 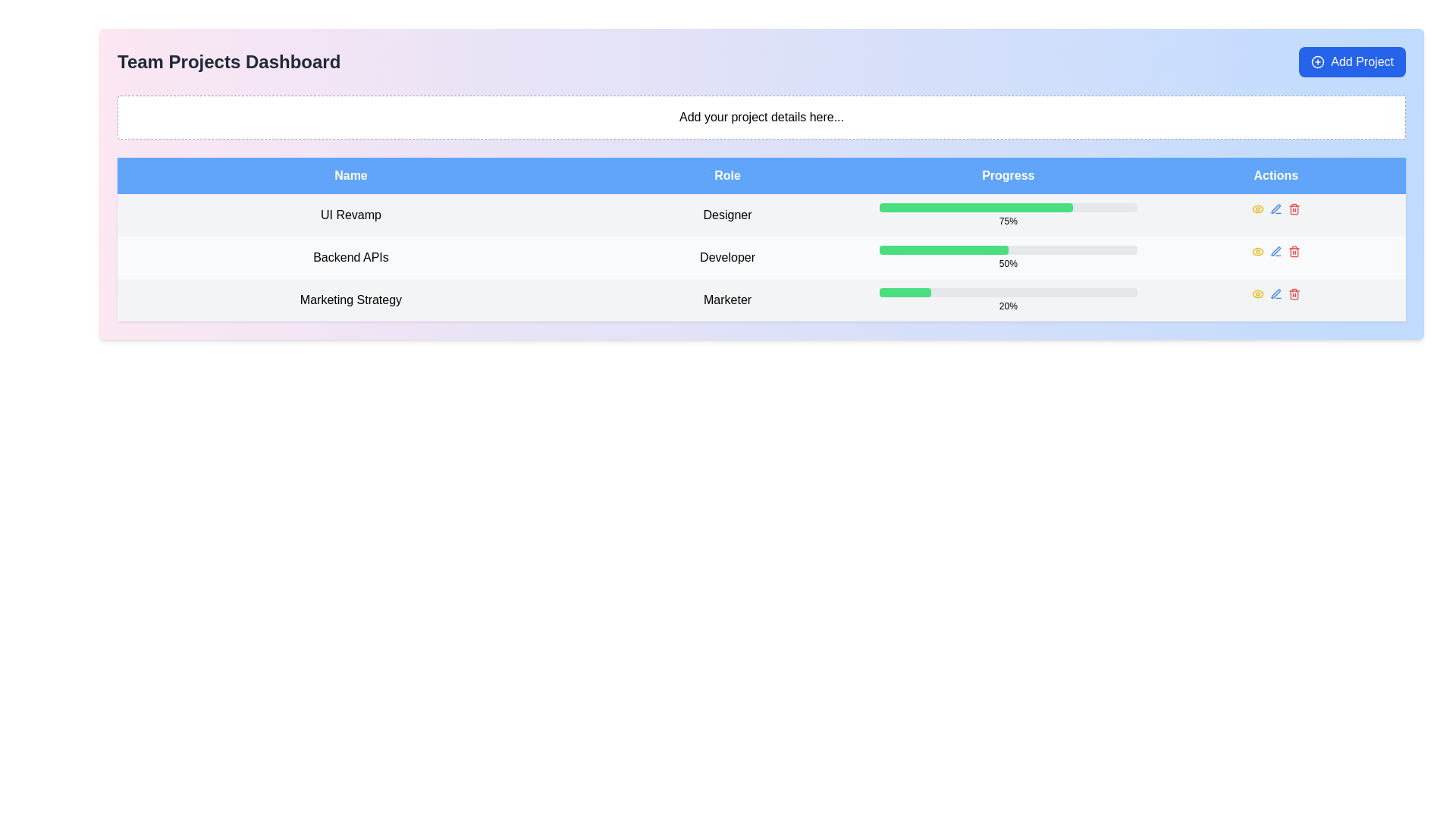 What do you see at coordinates (726, 174) in the screenshot?
I see `the 'Role' header label in the table, which is positioned between the 'Name' and 'Progress' headers` at bounding box center [726, 174].